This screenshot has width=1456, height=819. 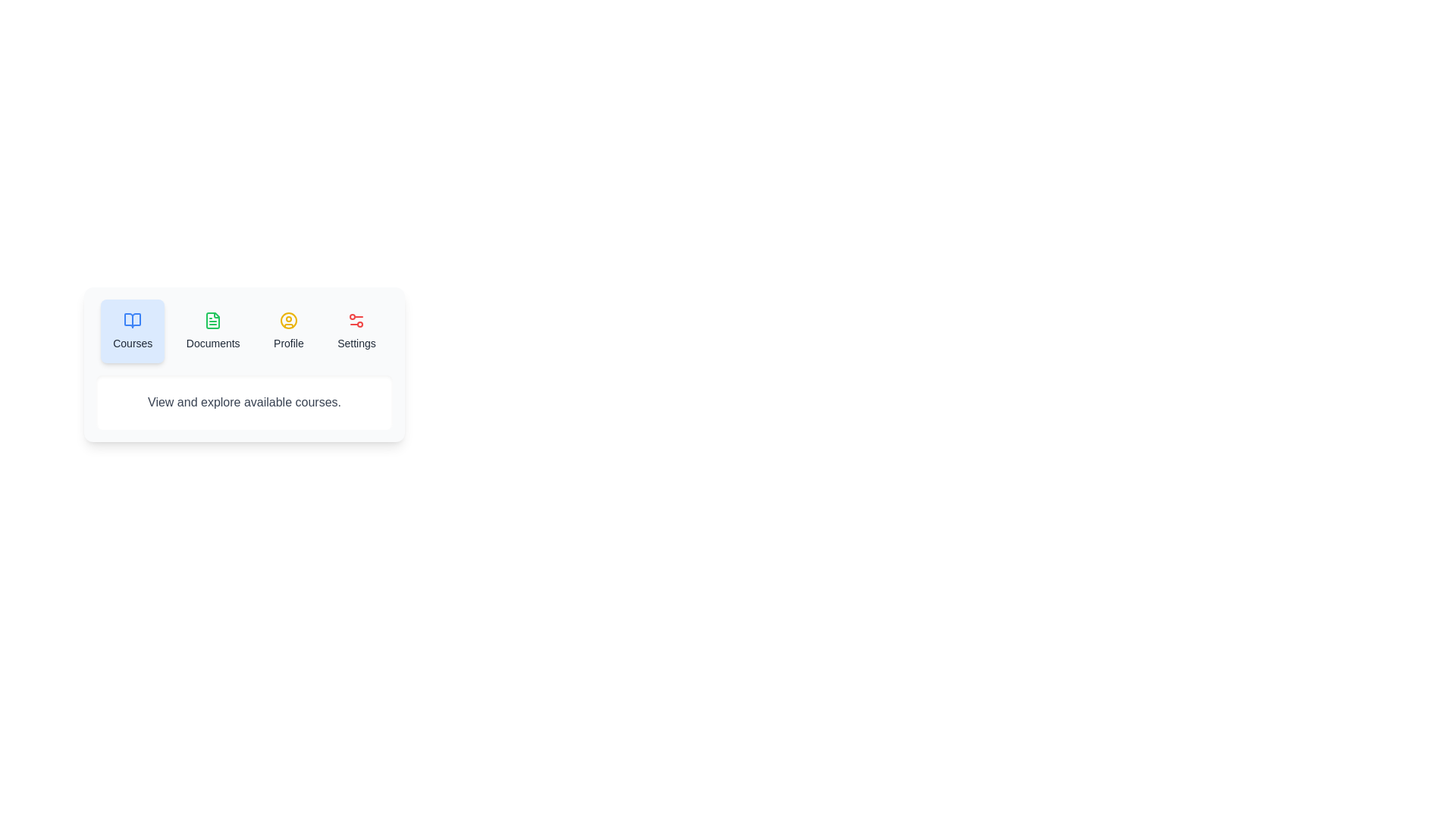 I want to click on the Settings tab to view its content, so click(x=356, y=330).